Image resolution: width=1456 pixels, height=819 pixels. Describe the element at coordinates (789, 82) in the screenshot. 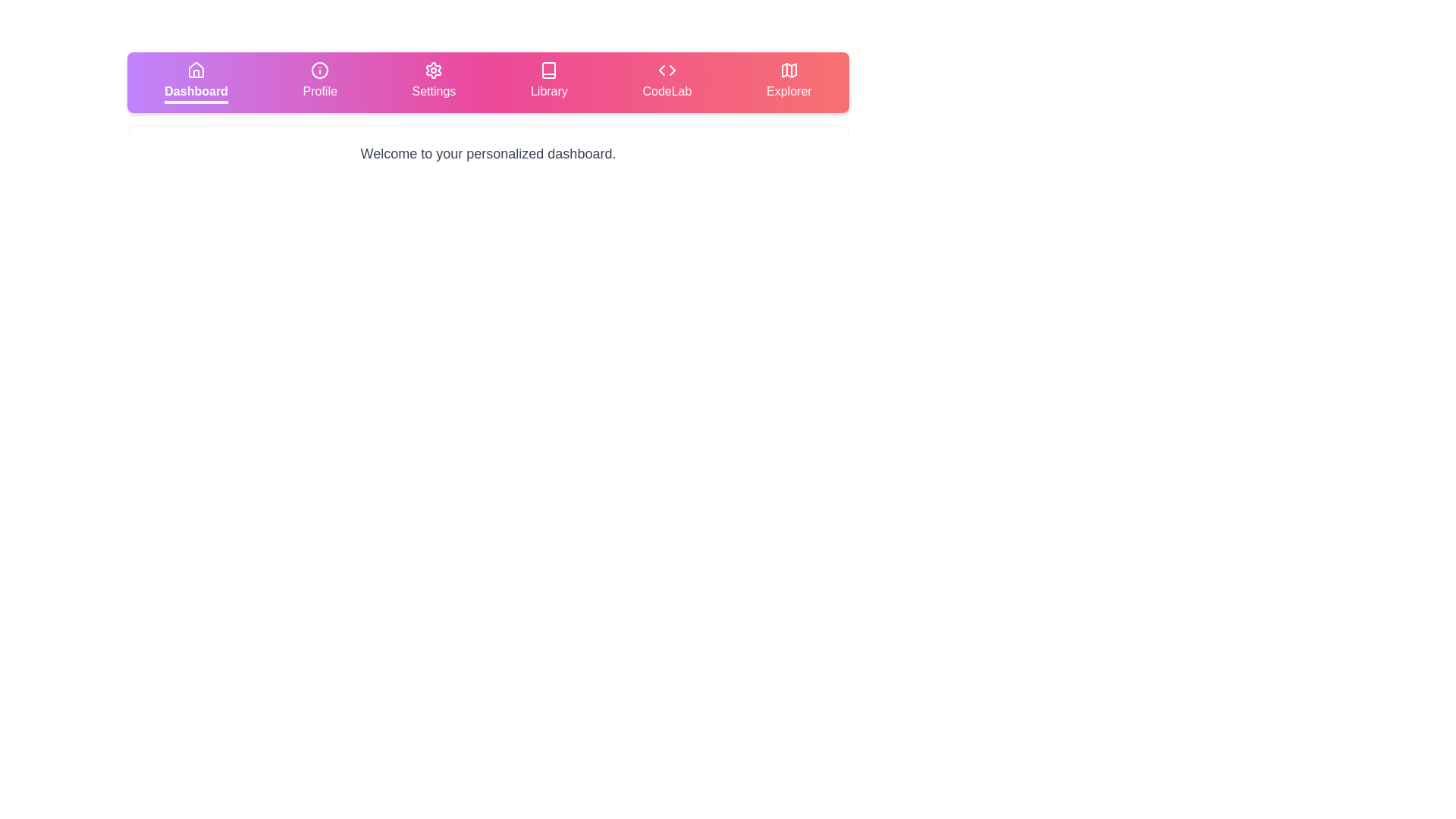

I see `the tab labeled Explorer to display its content` at that location.